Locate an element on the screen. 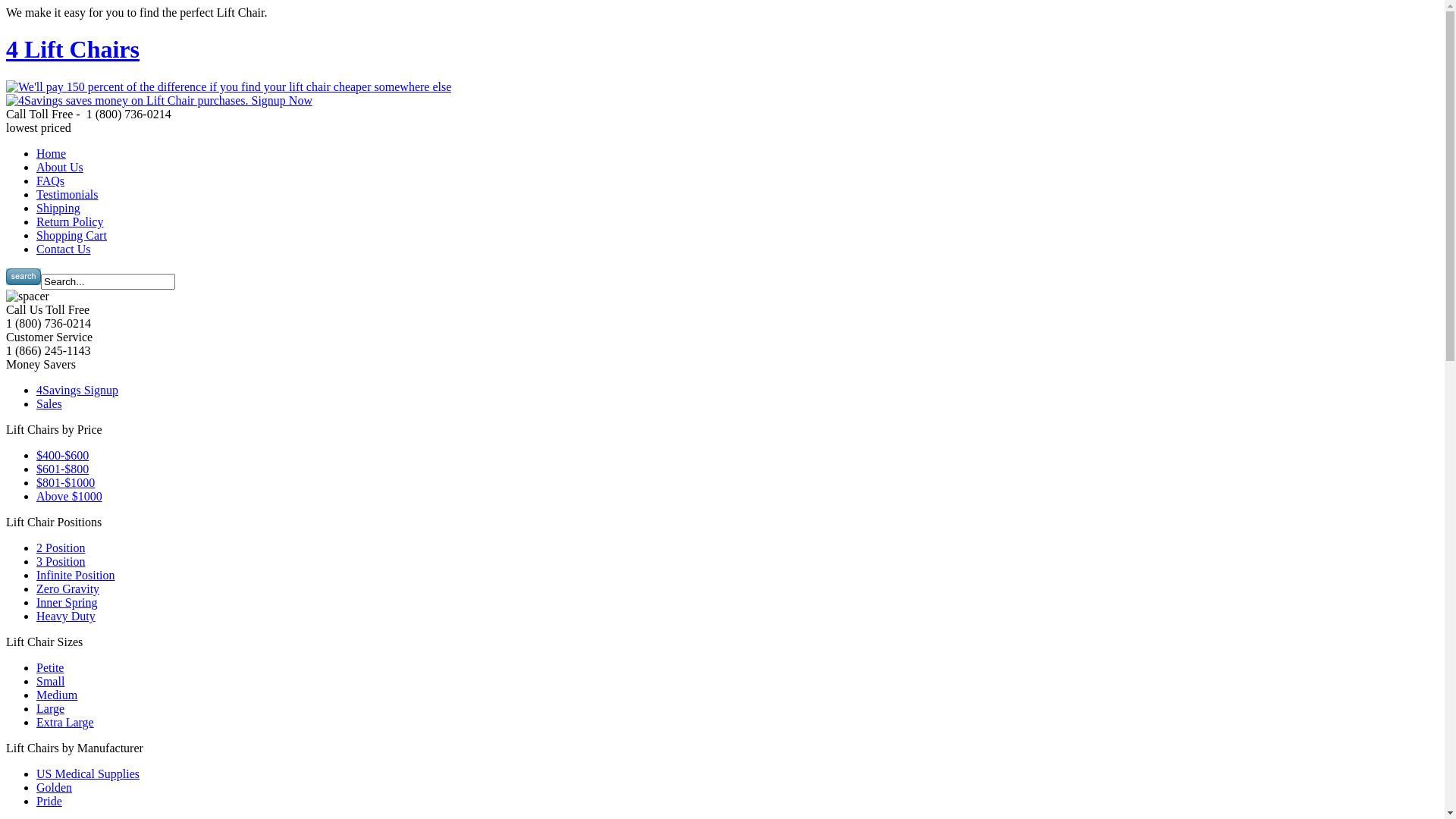 This screenshot has height=819, width=1456. 'Golden' is located at coordinates (54, 786).